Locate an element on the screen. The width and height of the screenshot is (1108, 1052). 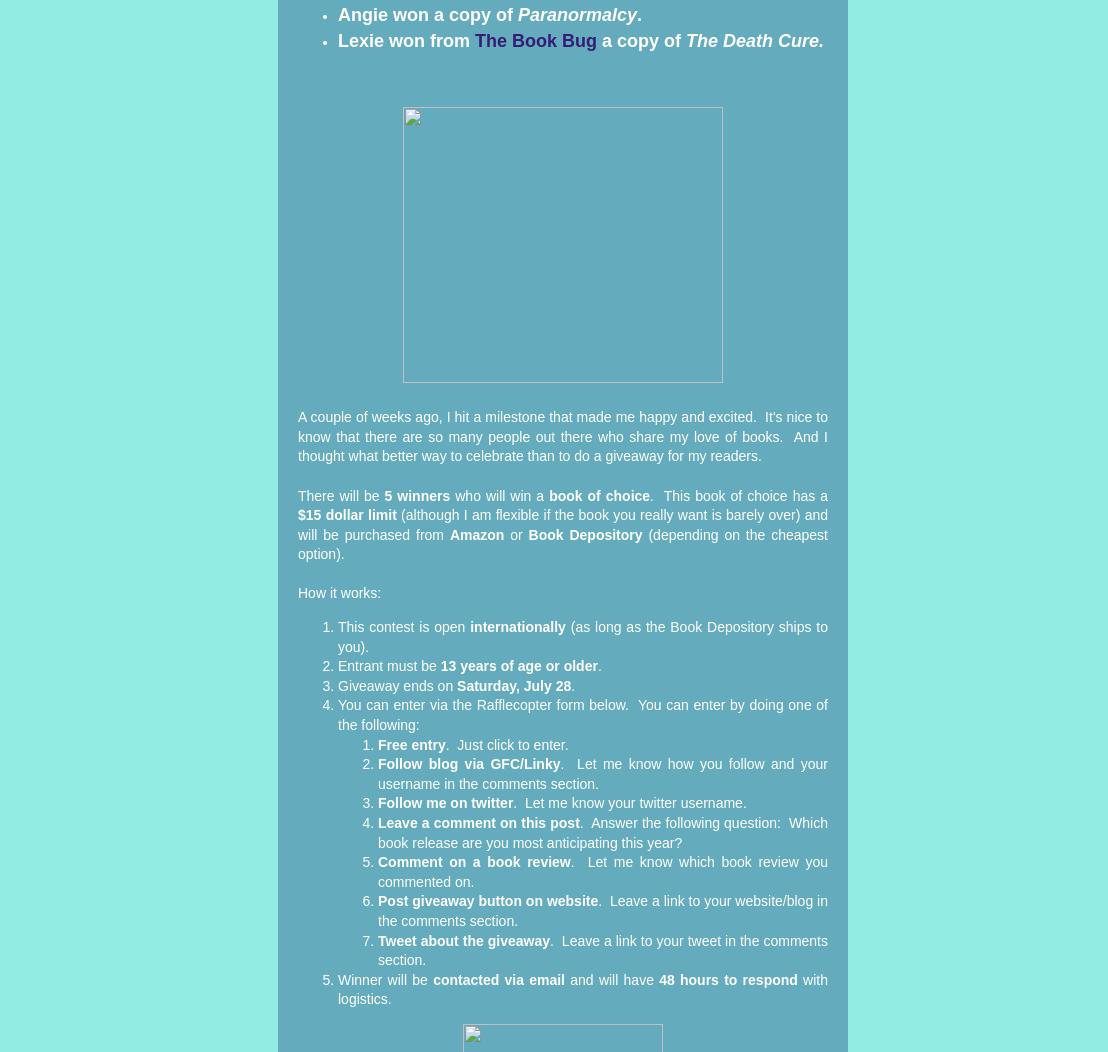
'Amazon' is located at coordinates (476, 533).